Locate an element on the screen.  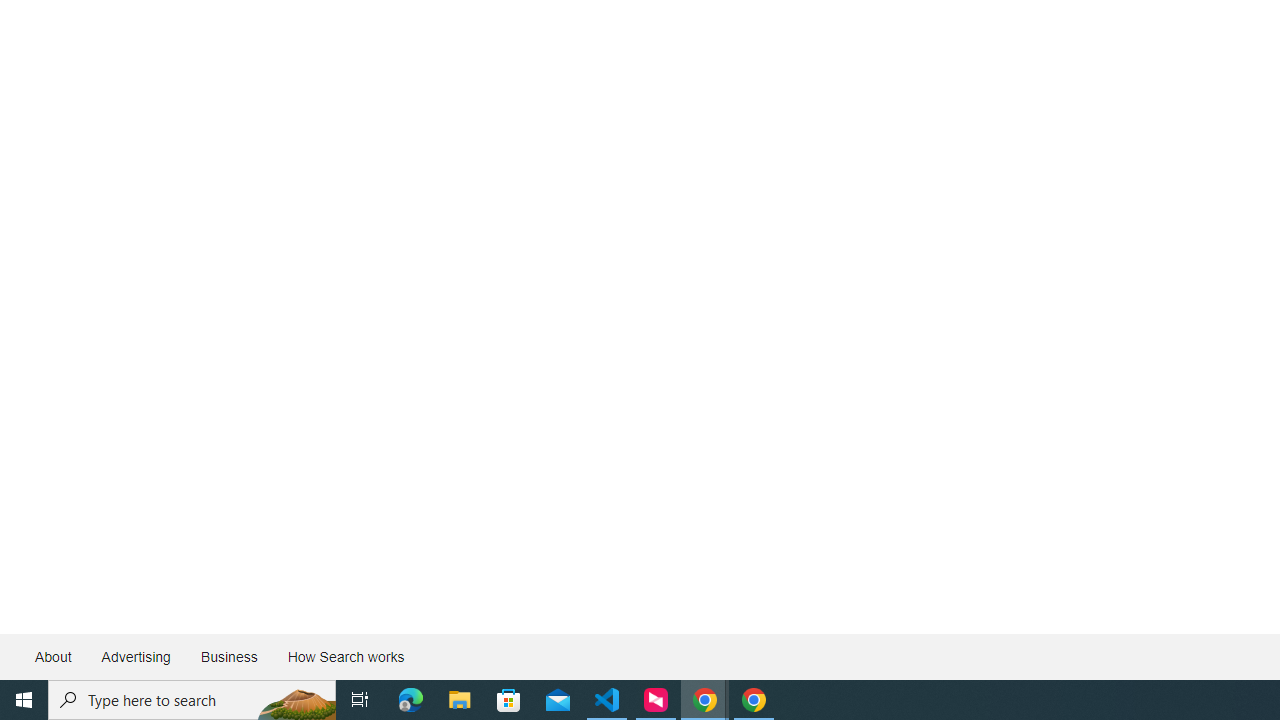
'How Search works' is located at coordinates (345, 657).